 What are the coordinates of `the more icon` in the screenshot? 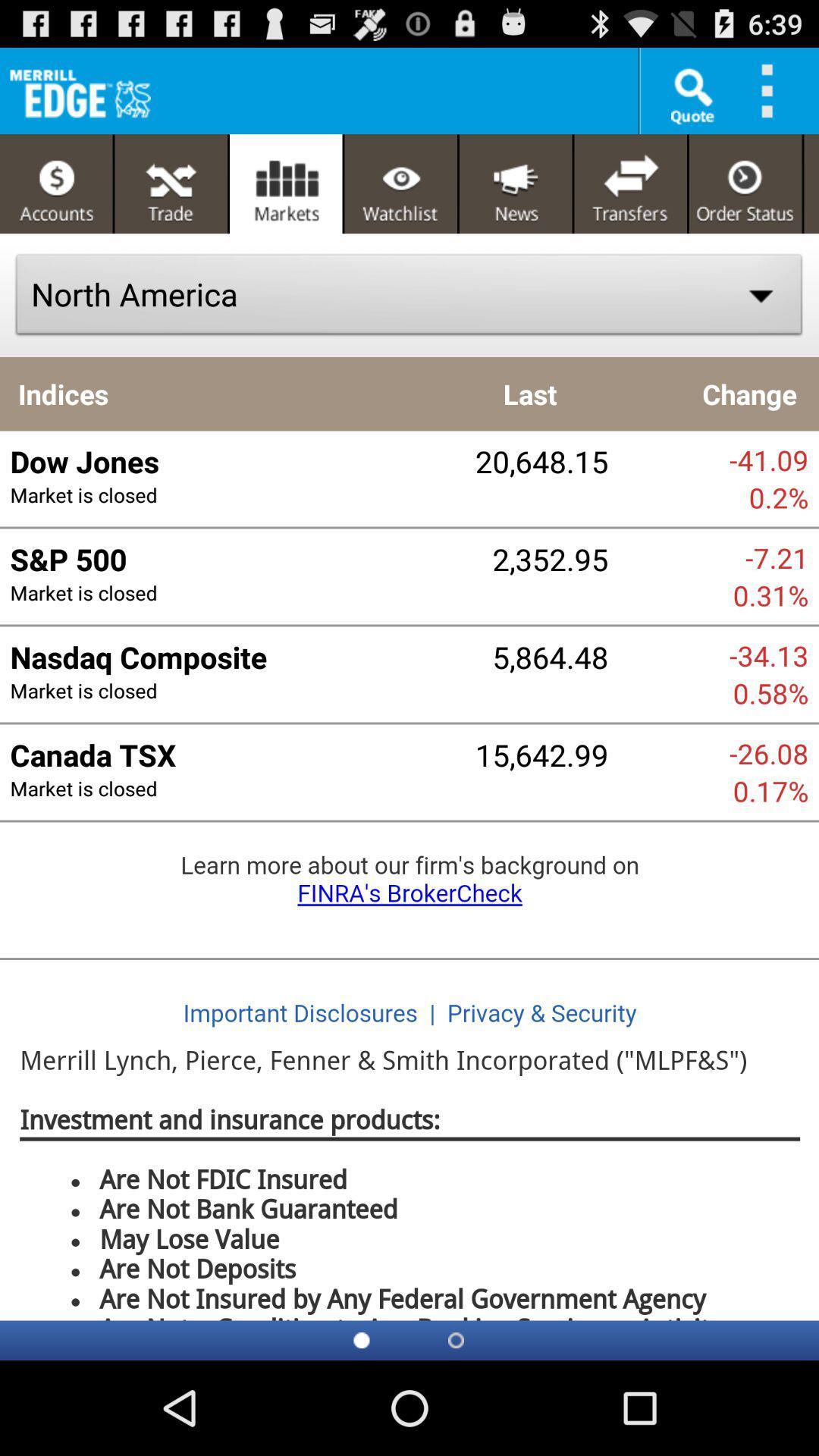 It's located at (772, 96).